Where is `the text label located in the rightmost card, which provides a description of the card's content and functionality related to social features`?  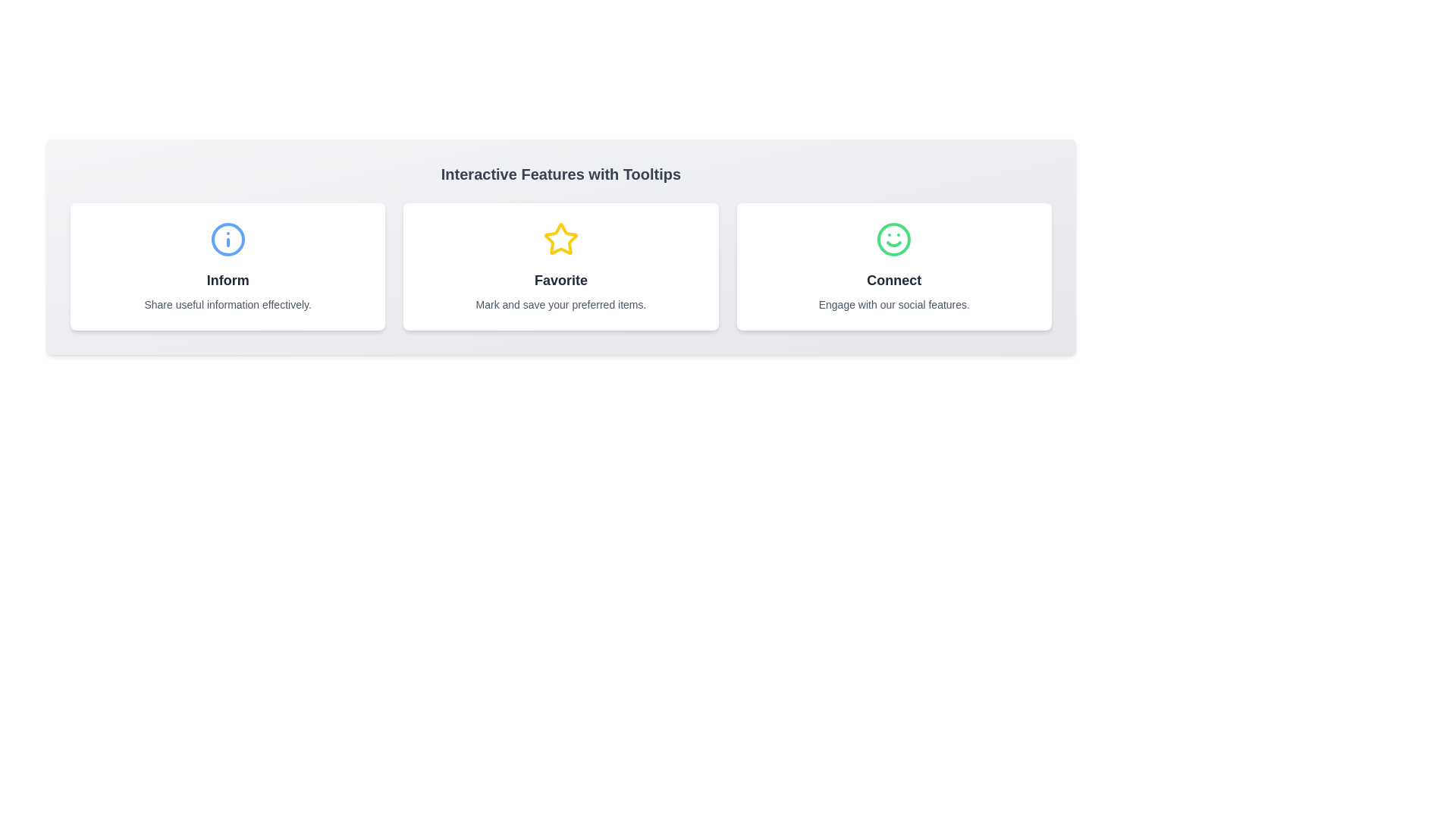 the text label located in the rightmost card, which provides a description of the card's content and functionality related to social features is located at coordinates (894, 281).